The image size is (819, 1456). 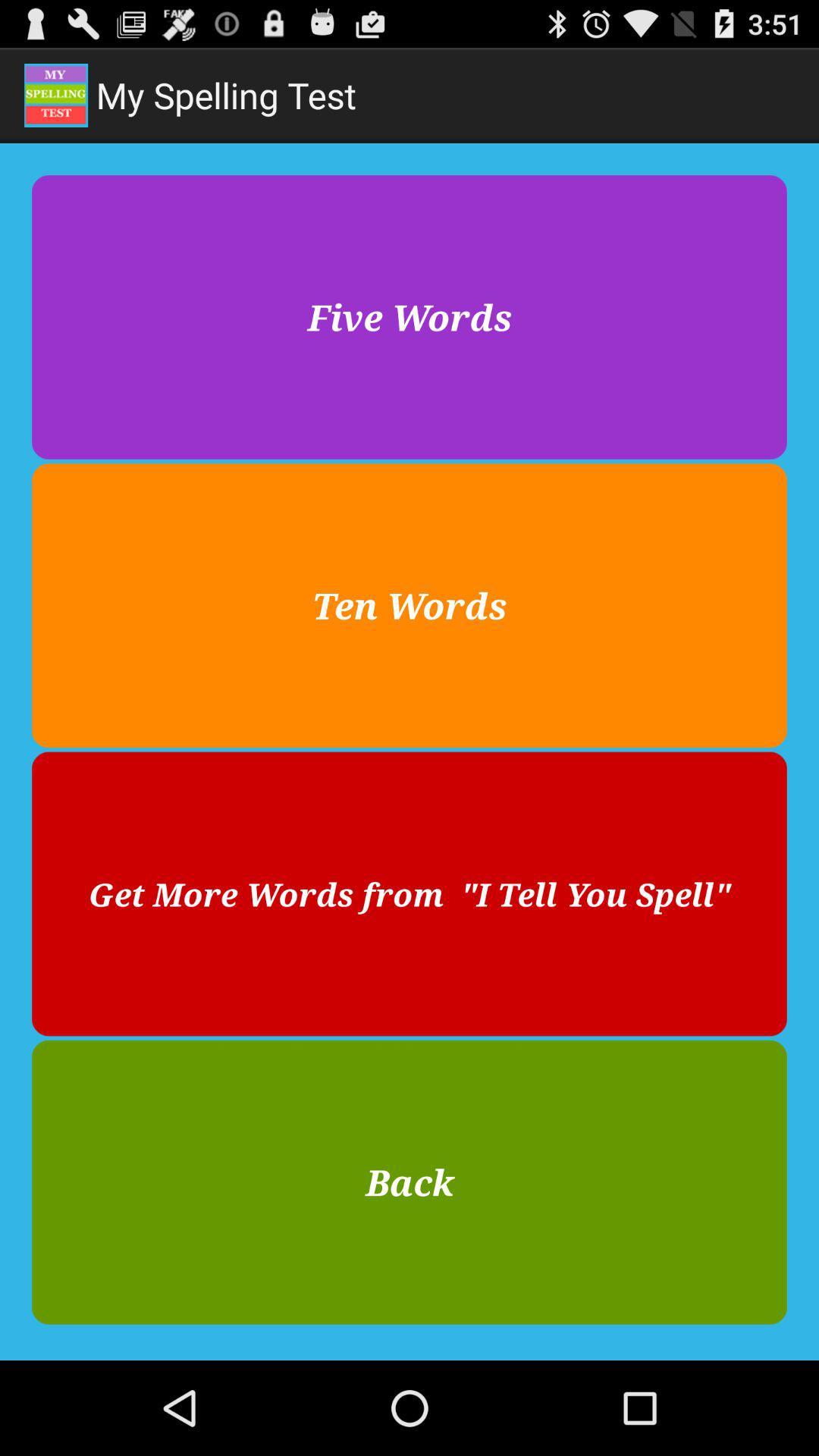 What do you see at coordinates (409, 316) in the screenshot?
I see `the five words item` at bounding box center [409, 316].